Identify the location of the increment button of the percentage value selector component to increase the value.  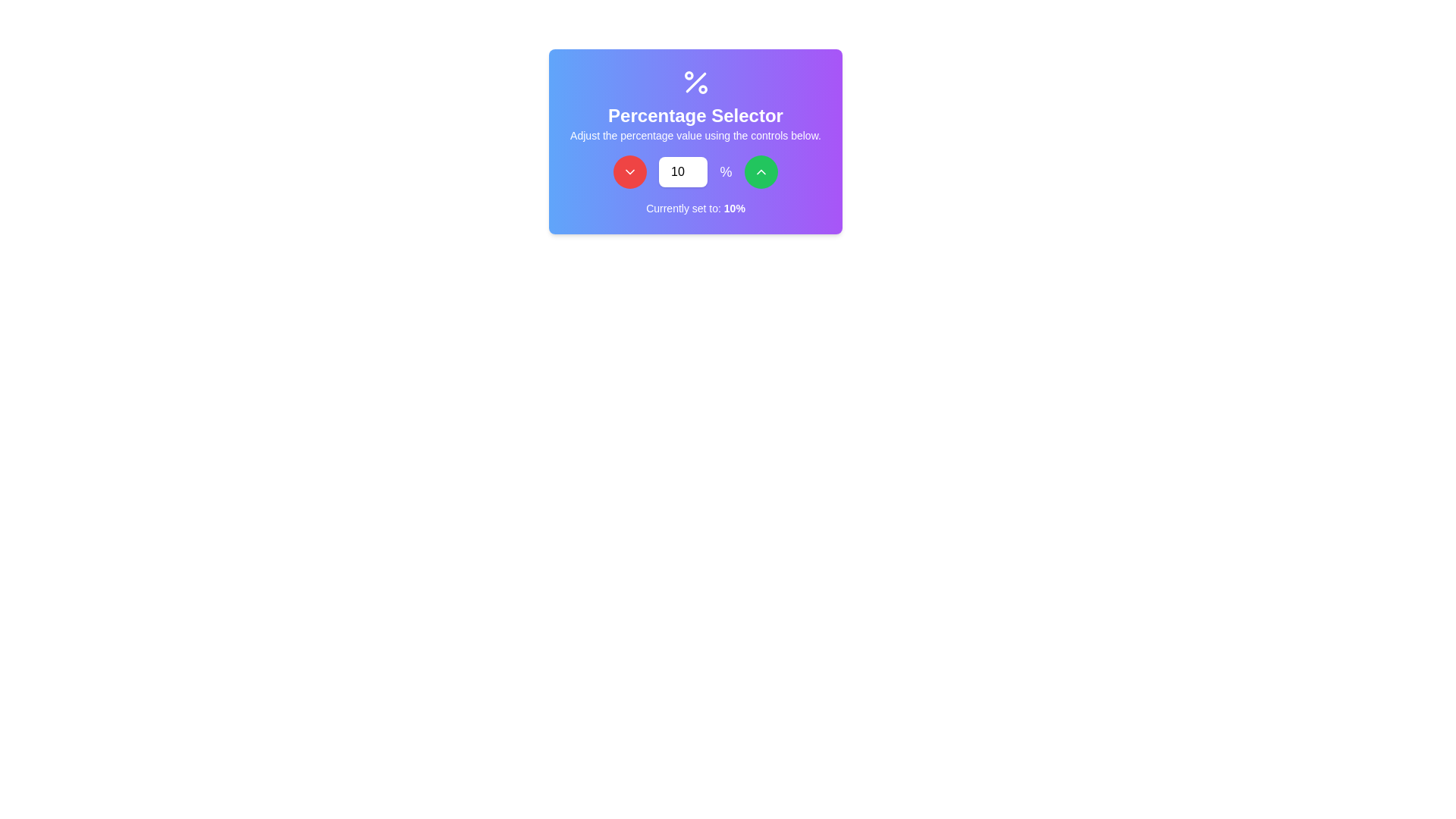
(695, 171).